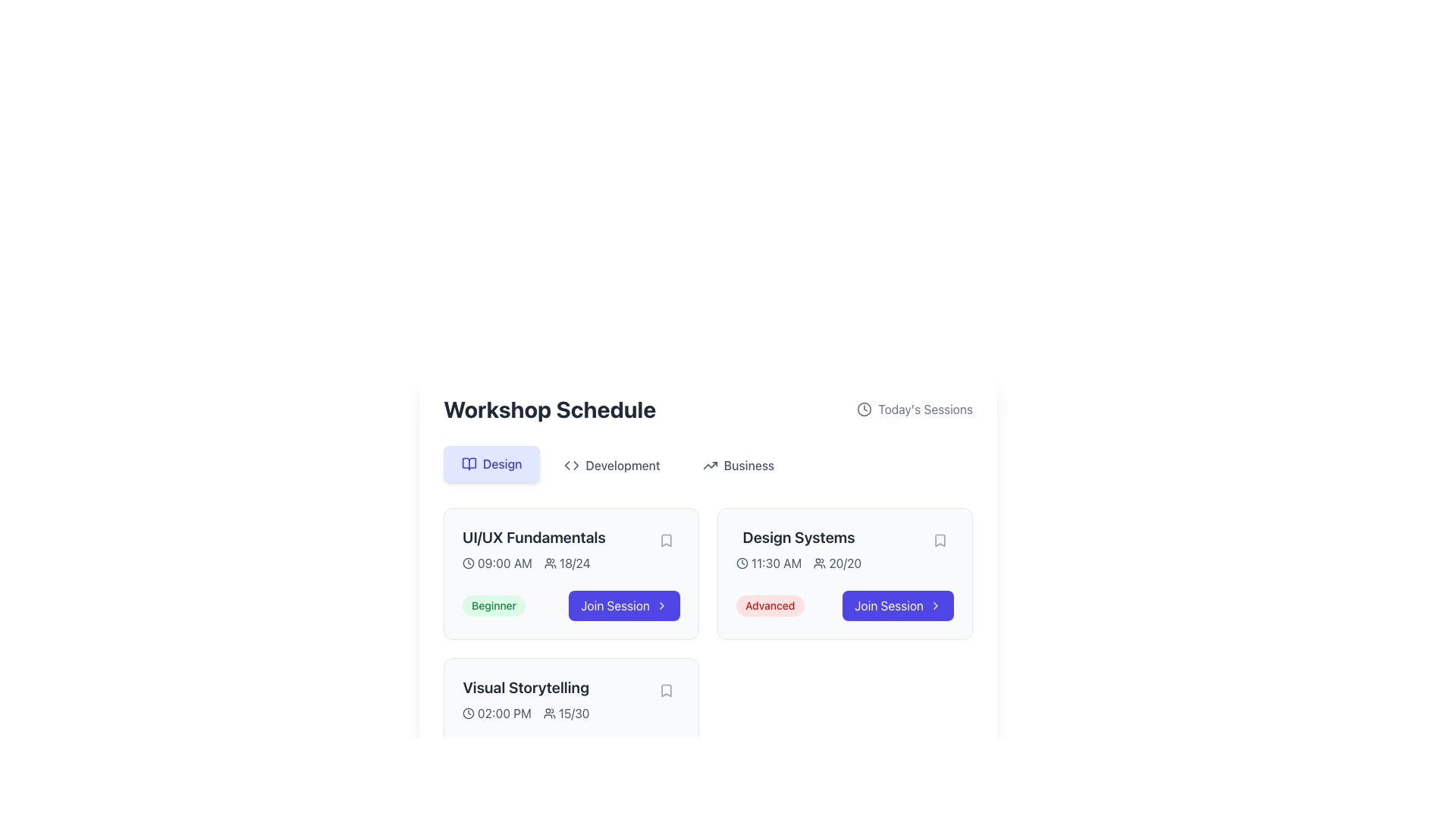 The height and width of the screenshot is (819, 1456). Describe the element at coordinates (534, 550) in the screenshot. I see `the Informational text group titled 'UI/UX Fundamentals' which displays the time '09:00 AM' and participation details '18/24' for additional details` at that location.